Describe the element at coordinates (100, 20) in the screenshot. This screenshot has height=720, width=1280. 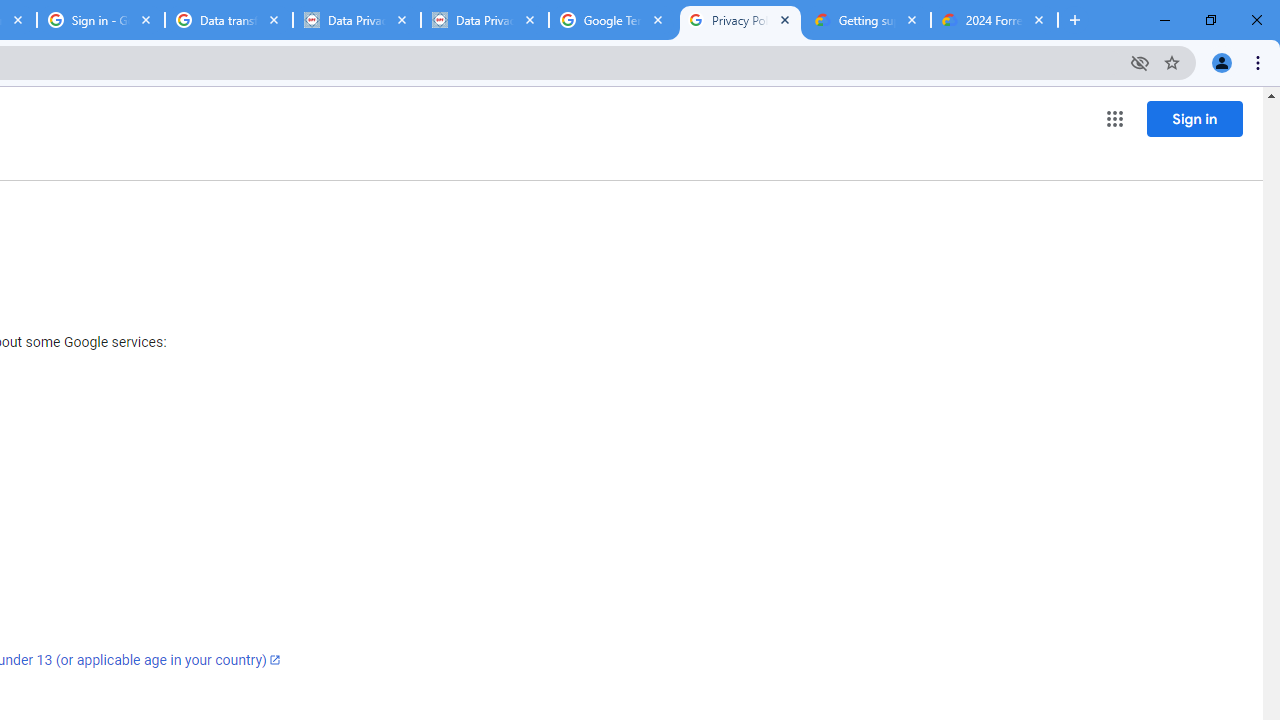
I see `'Sign in - Google Accounts'` at that location.